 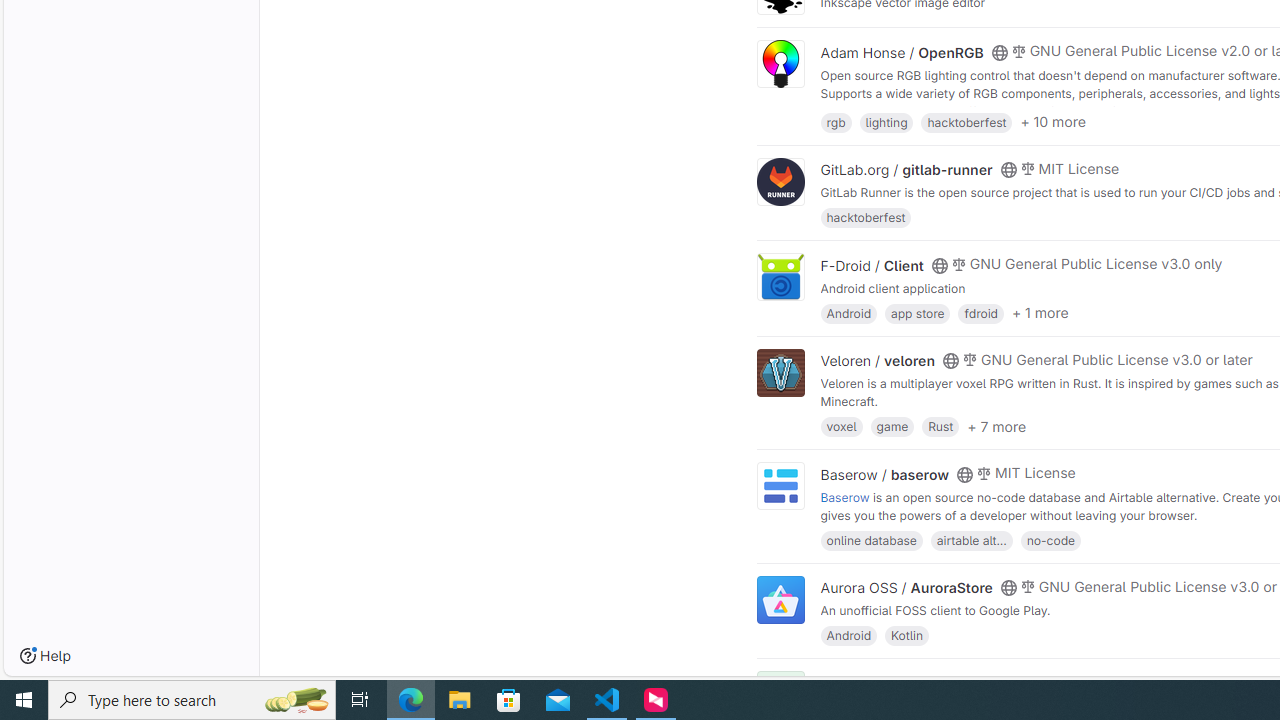 What do you see at coordinates (939, 425) in the screenshot?
I see `'Rust'` at bounding box center [939, 425].